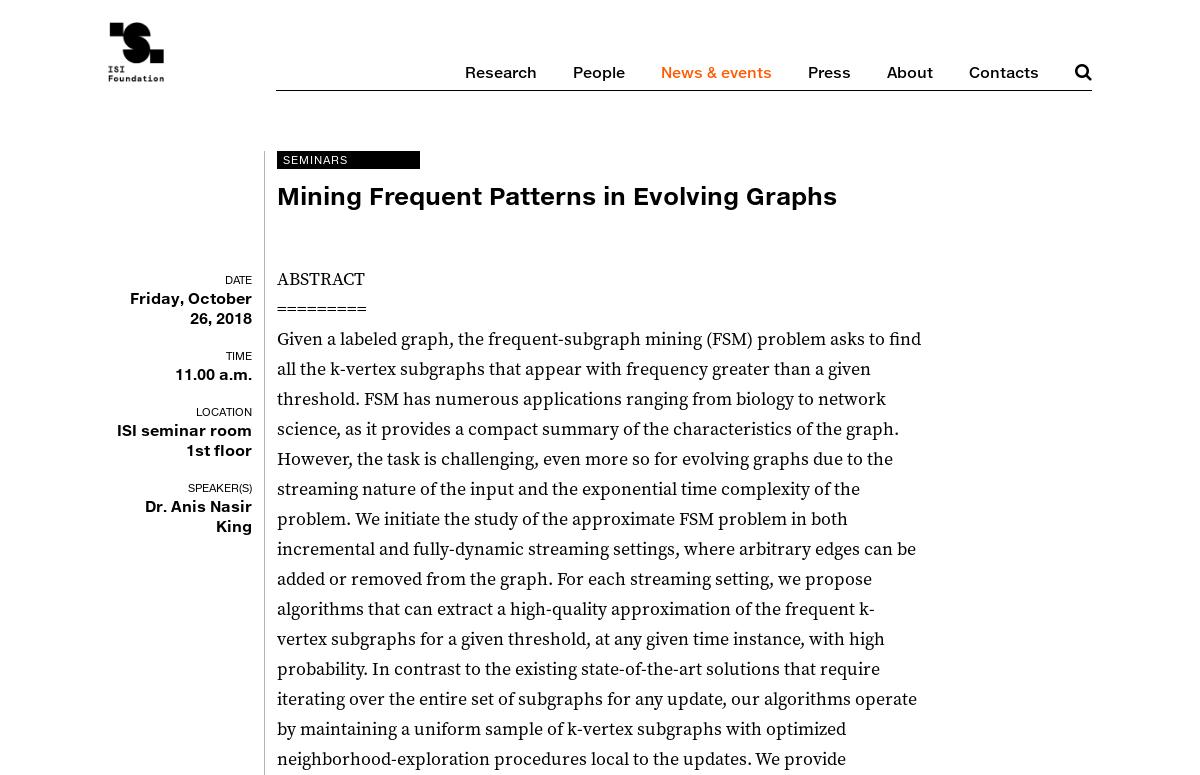  Describe the element at coordinates (212, 374) in the screenshot. I see `'11.00 a.m.'` at that location.